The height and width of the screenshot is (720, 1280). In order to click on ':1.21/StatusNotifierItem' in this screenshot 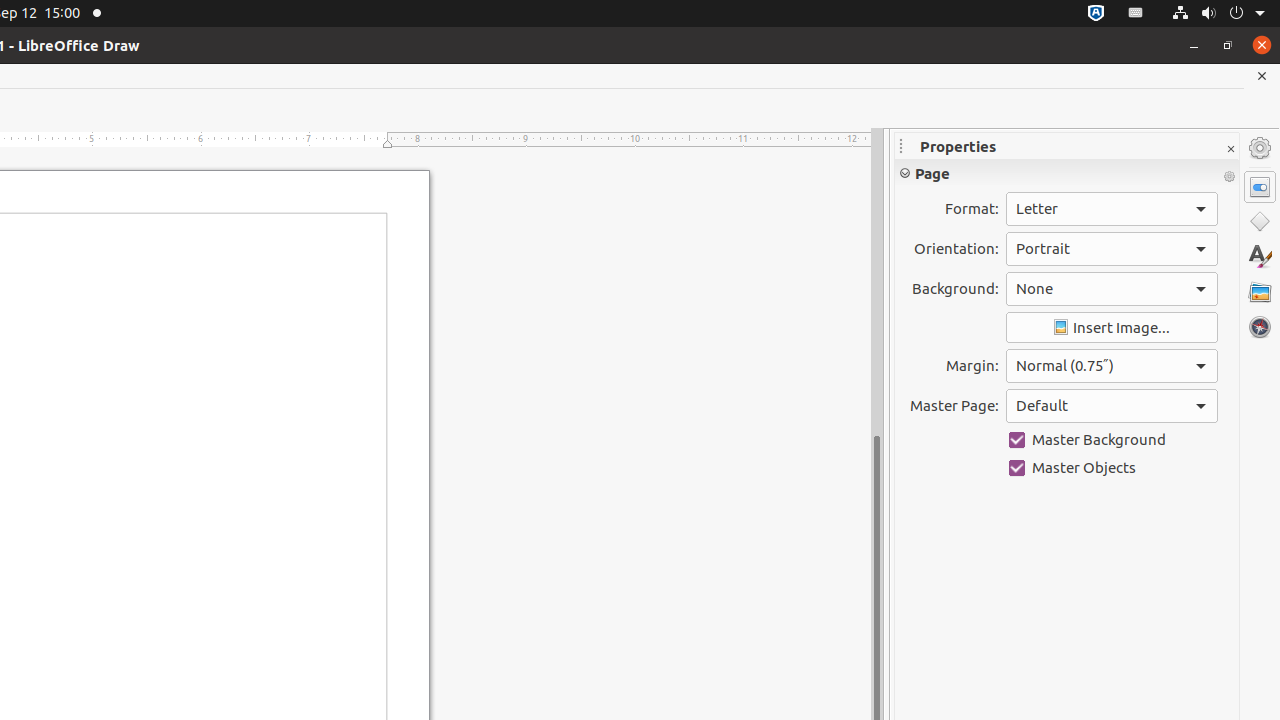, I will do `click(1136, 13)`.